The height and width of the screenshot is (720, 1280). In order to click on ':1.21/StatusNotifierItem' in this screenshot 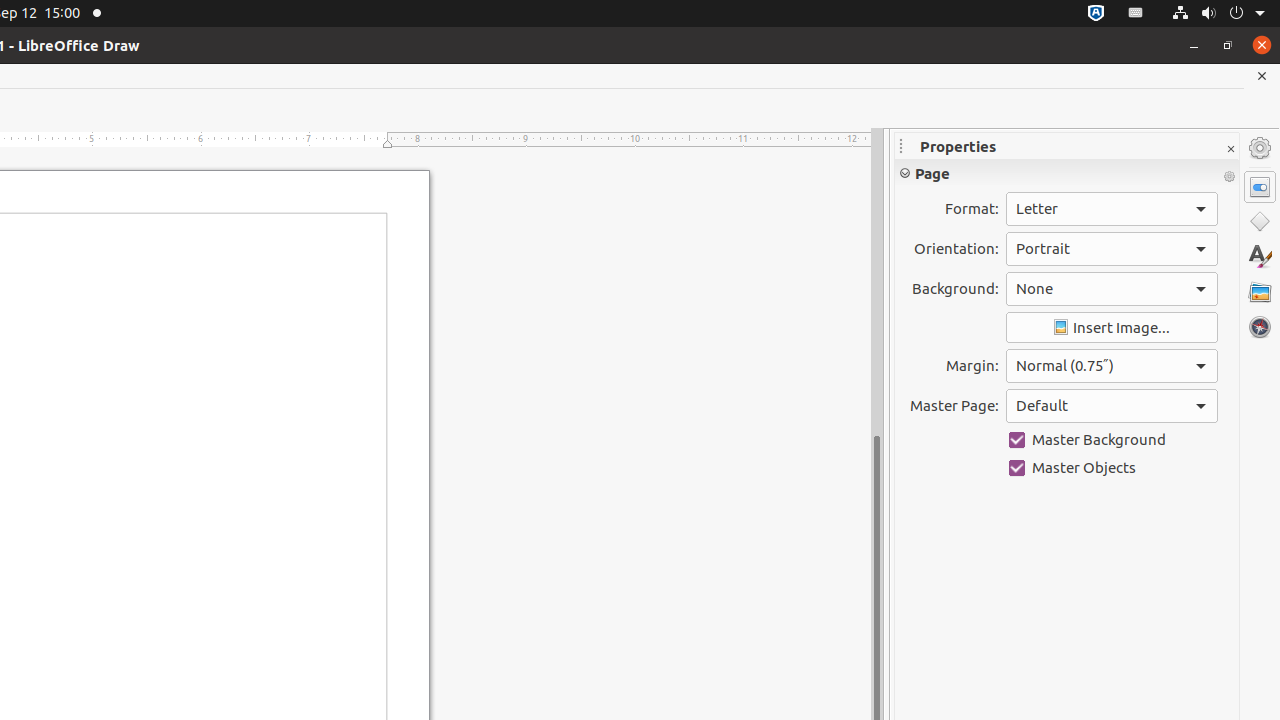, I will do `click(1136, 13)`.